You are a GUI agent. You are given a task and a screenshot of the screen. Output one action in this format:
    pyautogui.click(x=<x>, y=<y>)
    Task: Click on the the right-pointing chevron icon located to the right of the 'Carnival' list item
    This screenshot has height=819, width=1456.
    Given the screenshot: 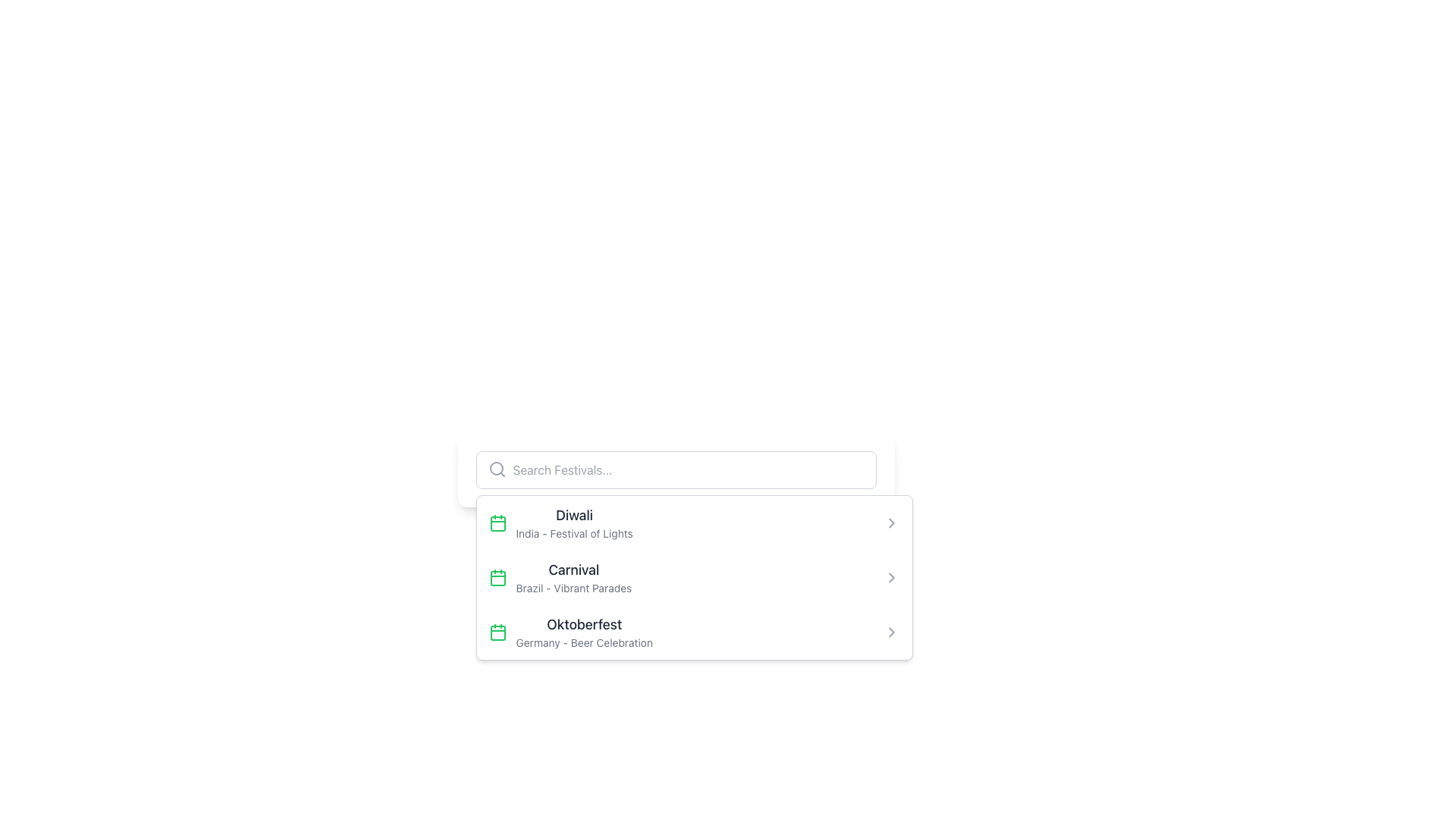 What is the action you would take?
    pyautogui.click(x=891, y=578)
    